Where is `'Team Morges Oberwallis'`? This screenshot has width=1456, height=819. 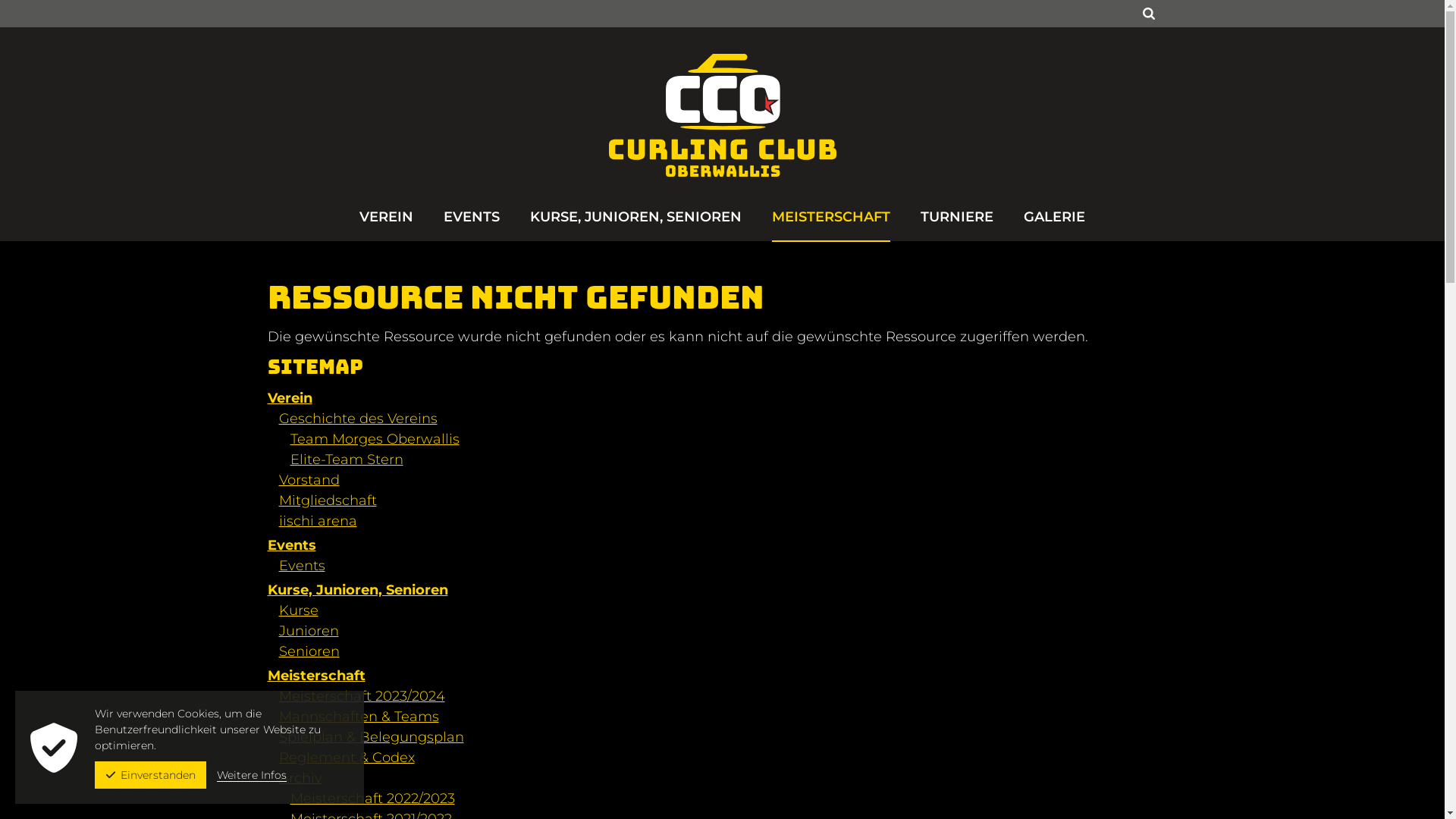 'Team Morges Oberwallis' is located at coordinates (374, 438).